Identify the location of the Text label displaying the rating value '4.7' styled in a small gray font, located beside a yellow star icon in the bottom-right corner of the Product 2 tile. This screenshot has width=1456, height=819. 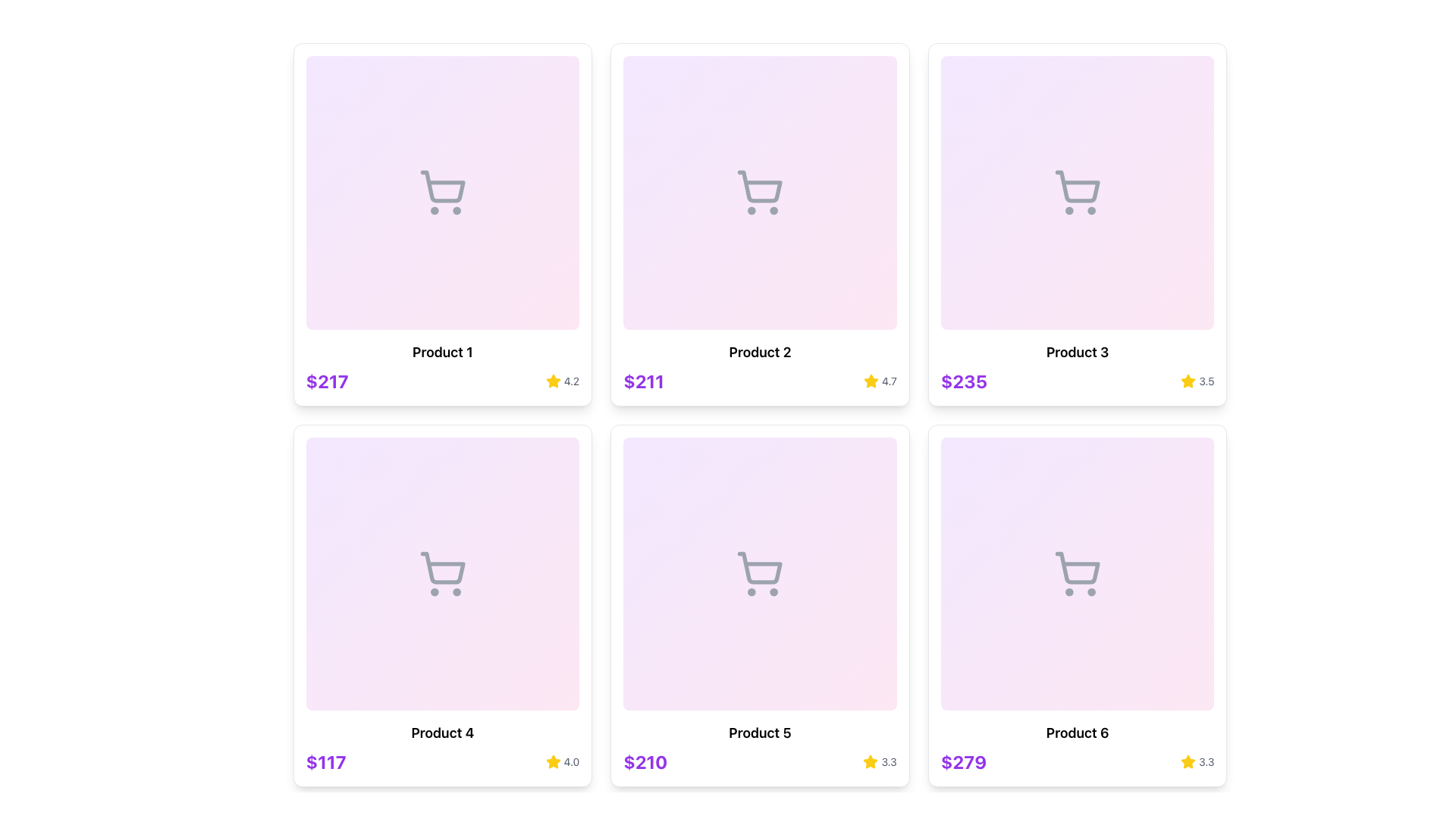
(889, 380).